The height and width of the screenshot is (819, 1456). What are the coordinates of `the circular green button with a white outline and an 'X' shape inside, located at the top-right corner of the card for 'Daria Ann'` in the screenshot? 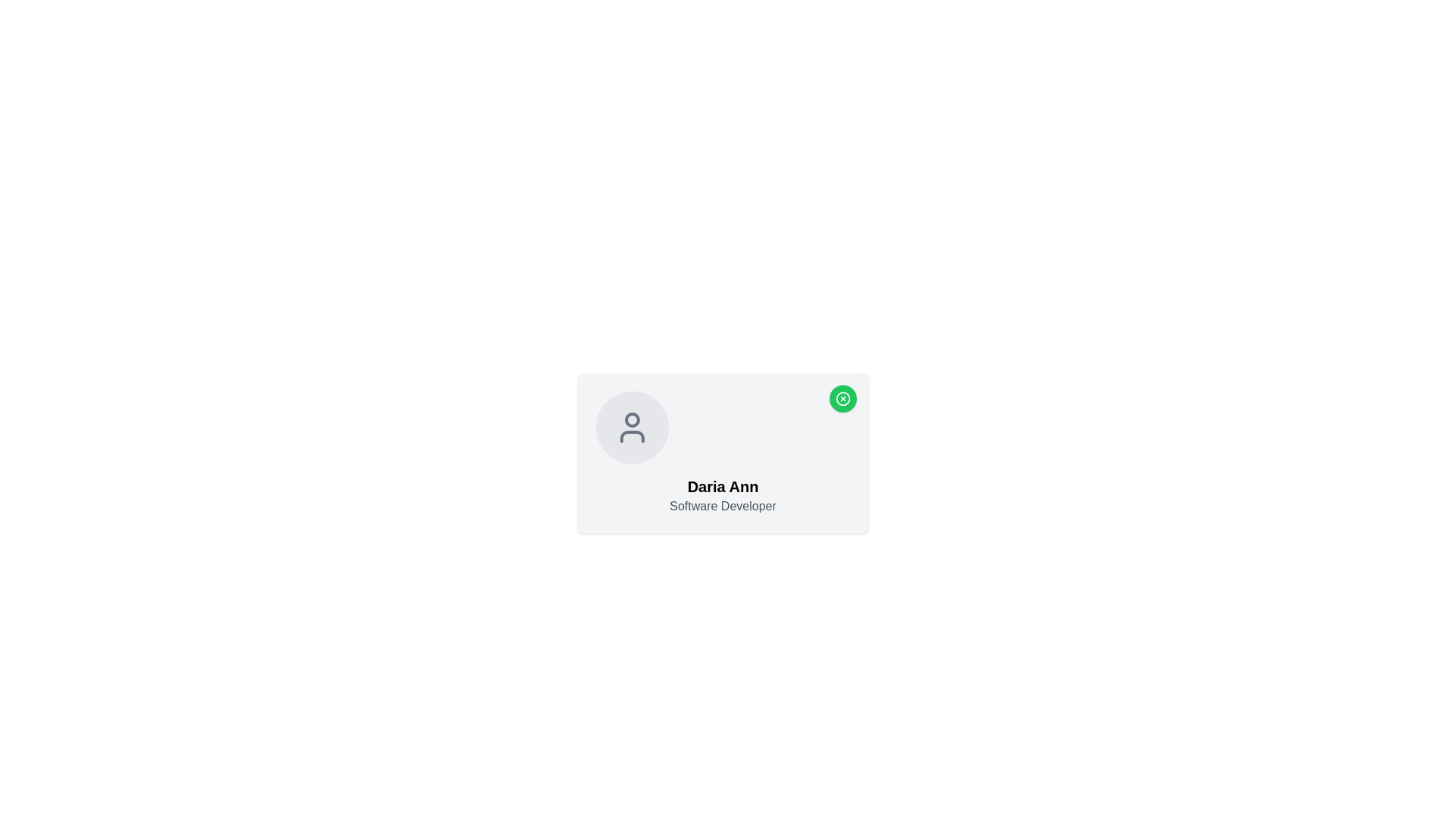 It's located at (842, 397).